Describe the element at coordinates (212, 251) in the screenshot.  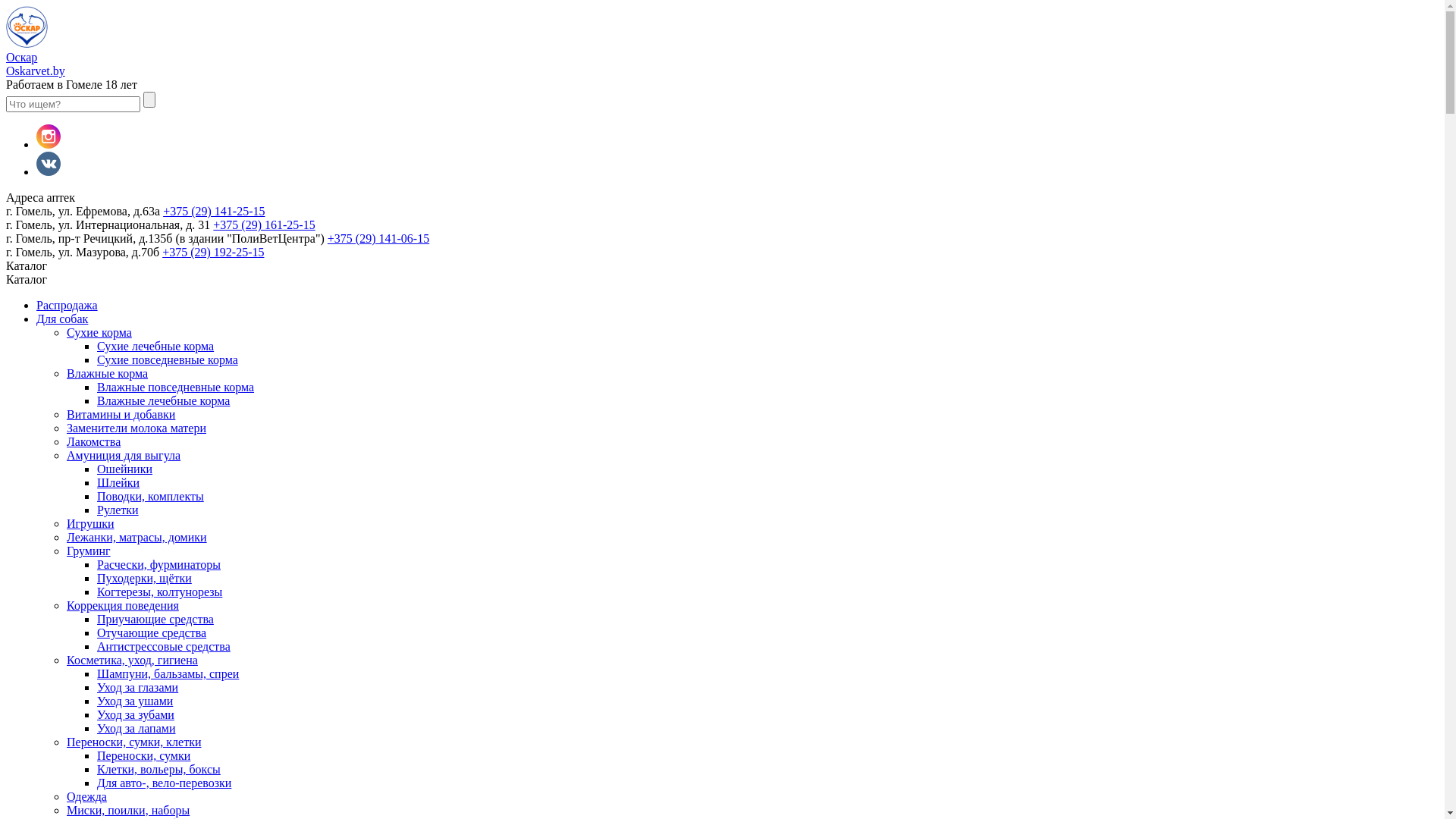
I see `'+375 (29) 192-25-15'` at that location.